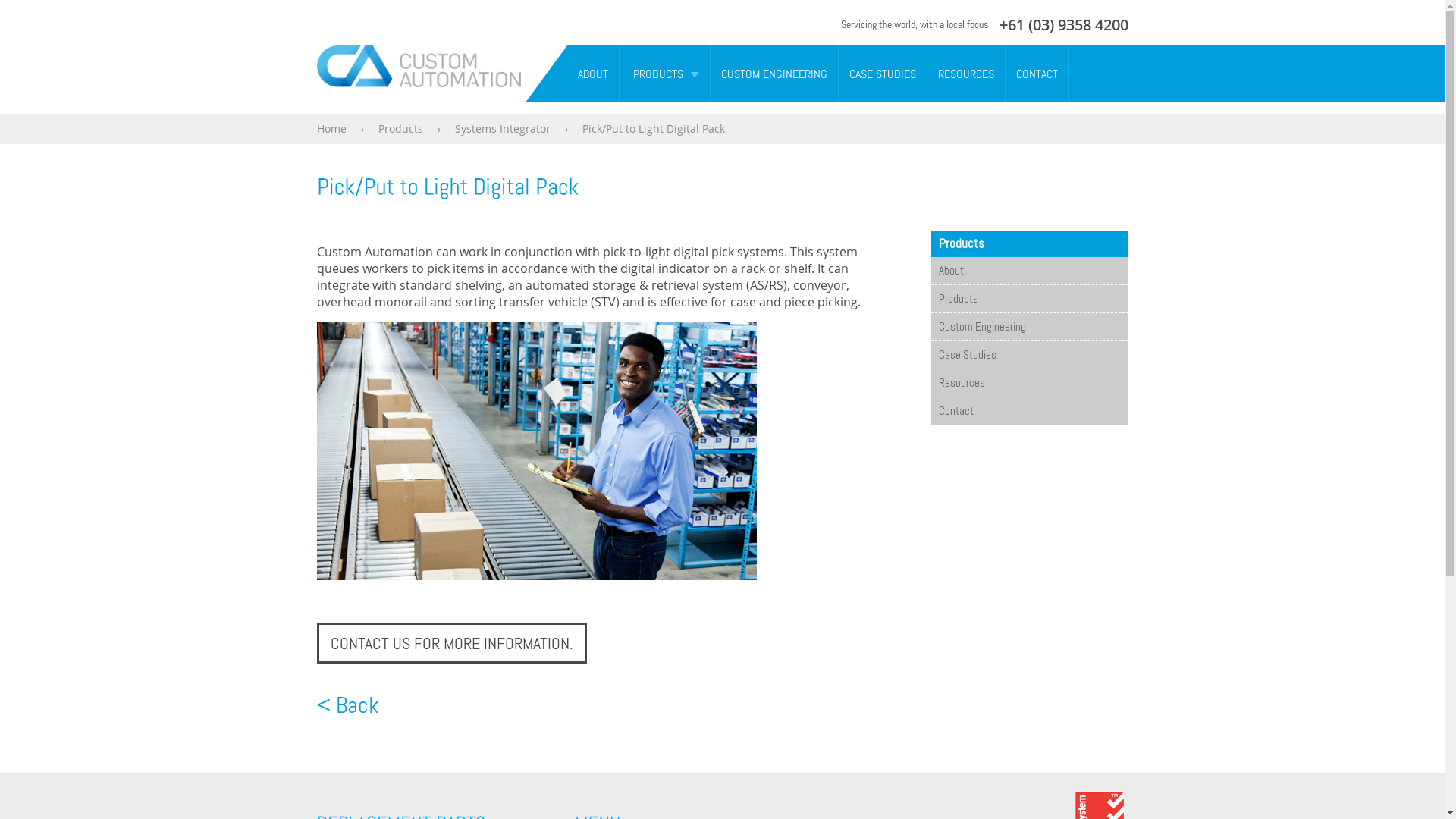  What do you see at coordinates (1029, 270) in the screenshot?
I see `'About'` at bounding box center [1029, 270].